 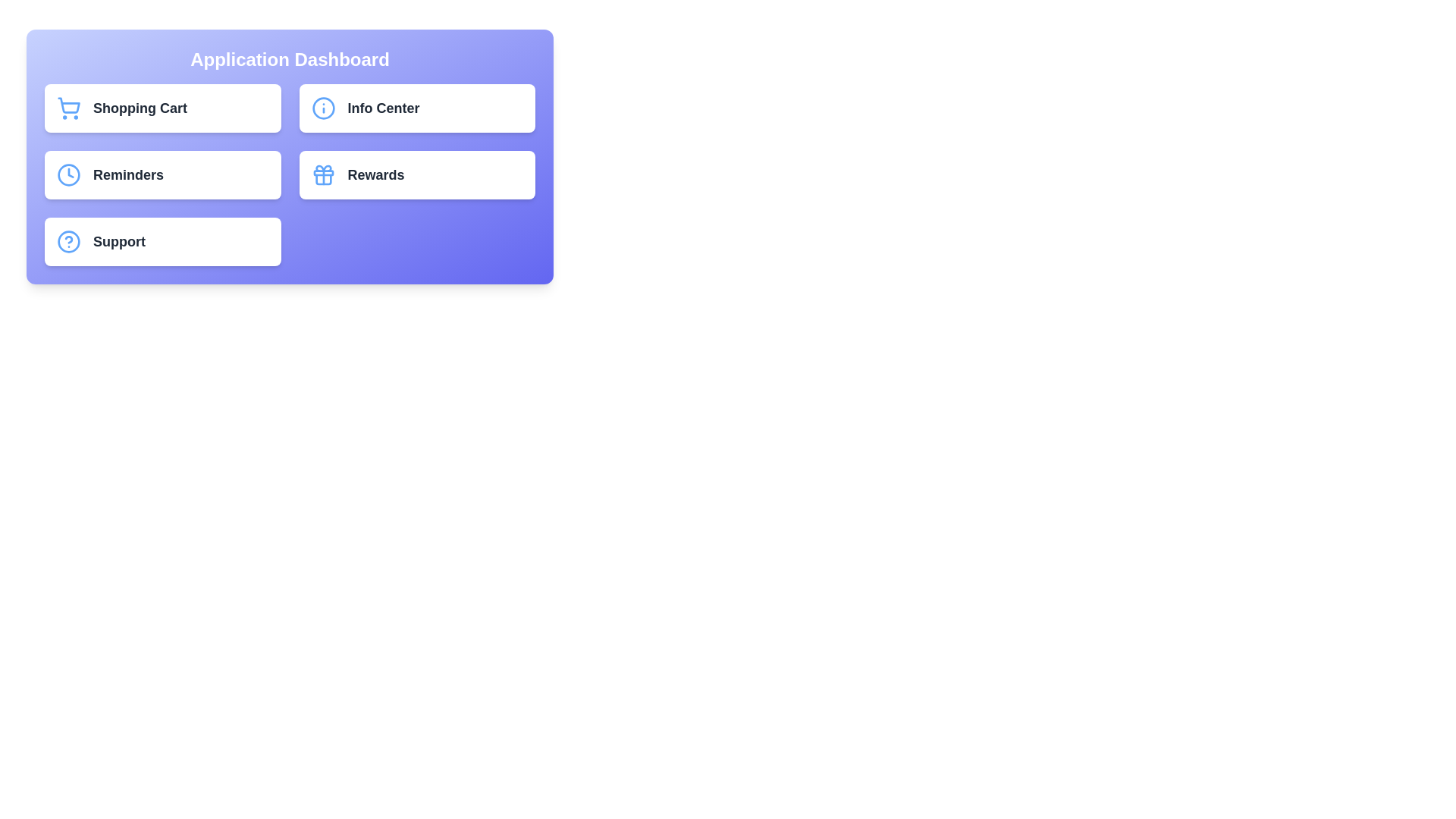 I want to click on the blue circular shape representing the inner circle of the clock icon within the 'Reminders' button in the Application Dashboard interface, so click(x=68, y=174).